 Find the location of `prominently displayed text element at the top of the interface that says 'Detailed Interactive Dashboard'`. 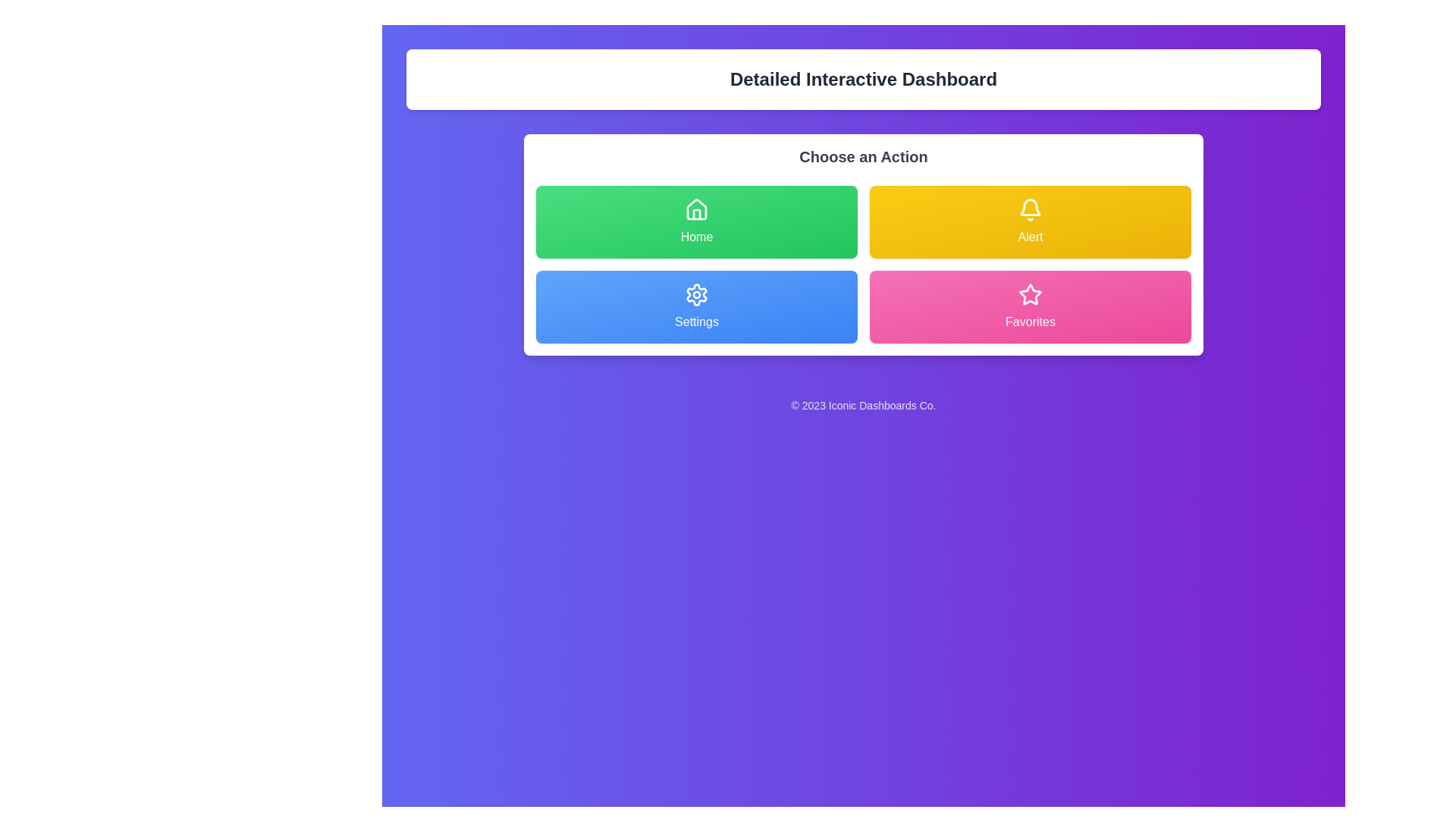

prominently displayed text element at the top of the interface that says 'Detailed Interactive Dashboard' is located at coordinates (863, 79).